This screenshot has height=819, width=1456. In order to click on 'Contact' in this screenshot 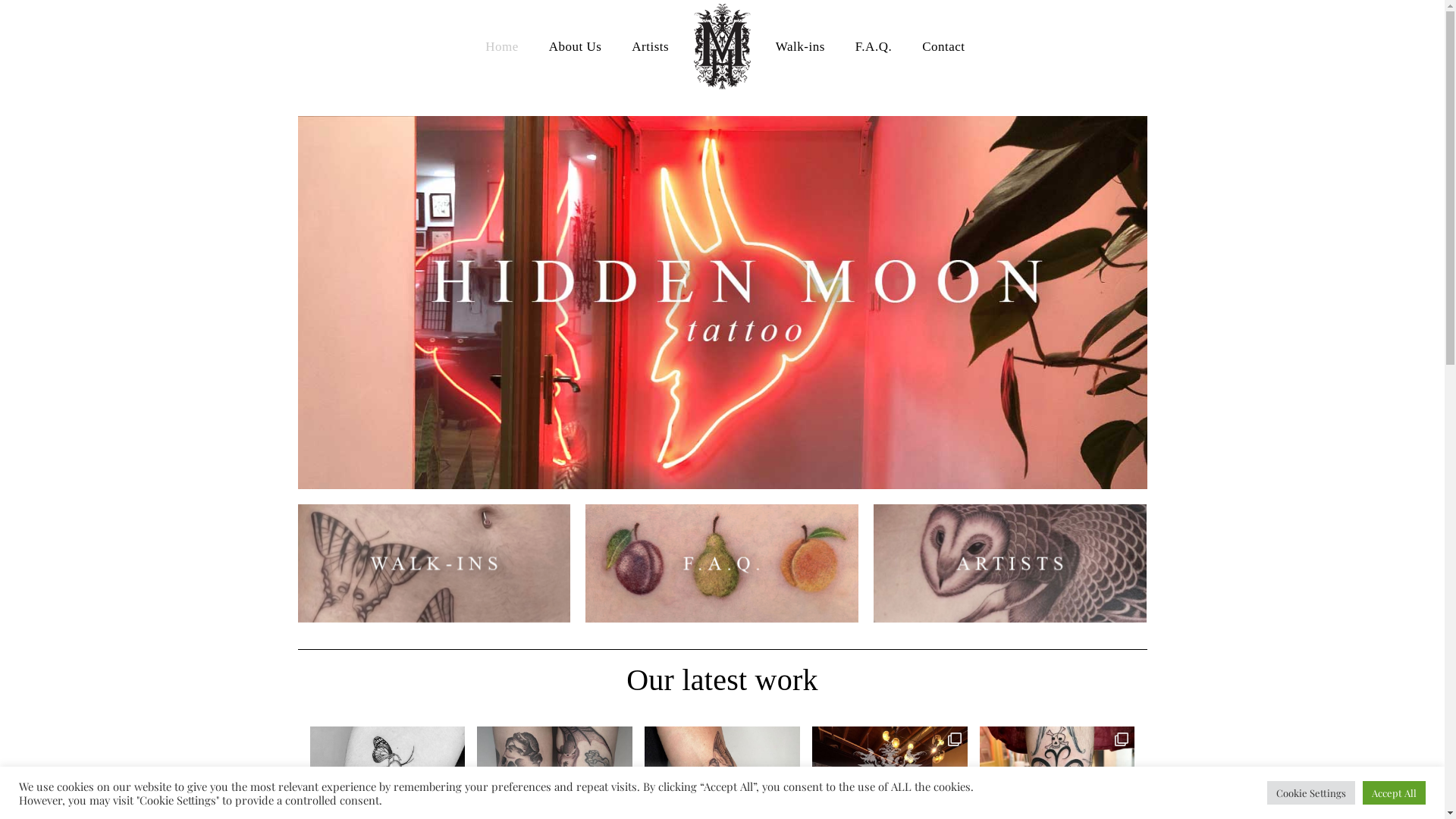, I will do `click(906, 45)`.